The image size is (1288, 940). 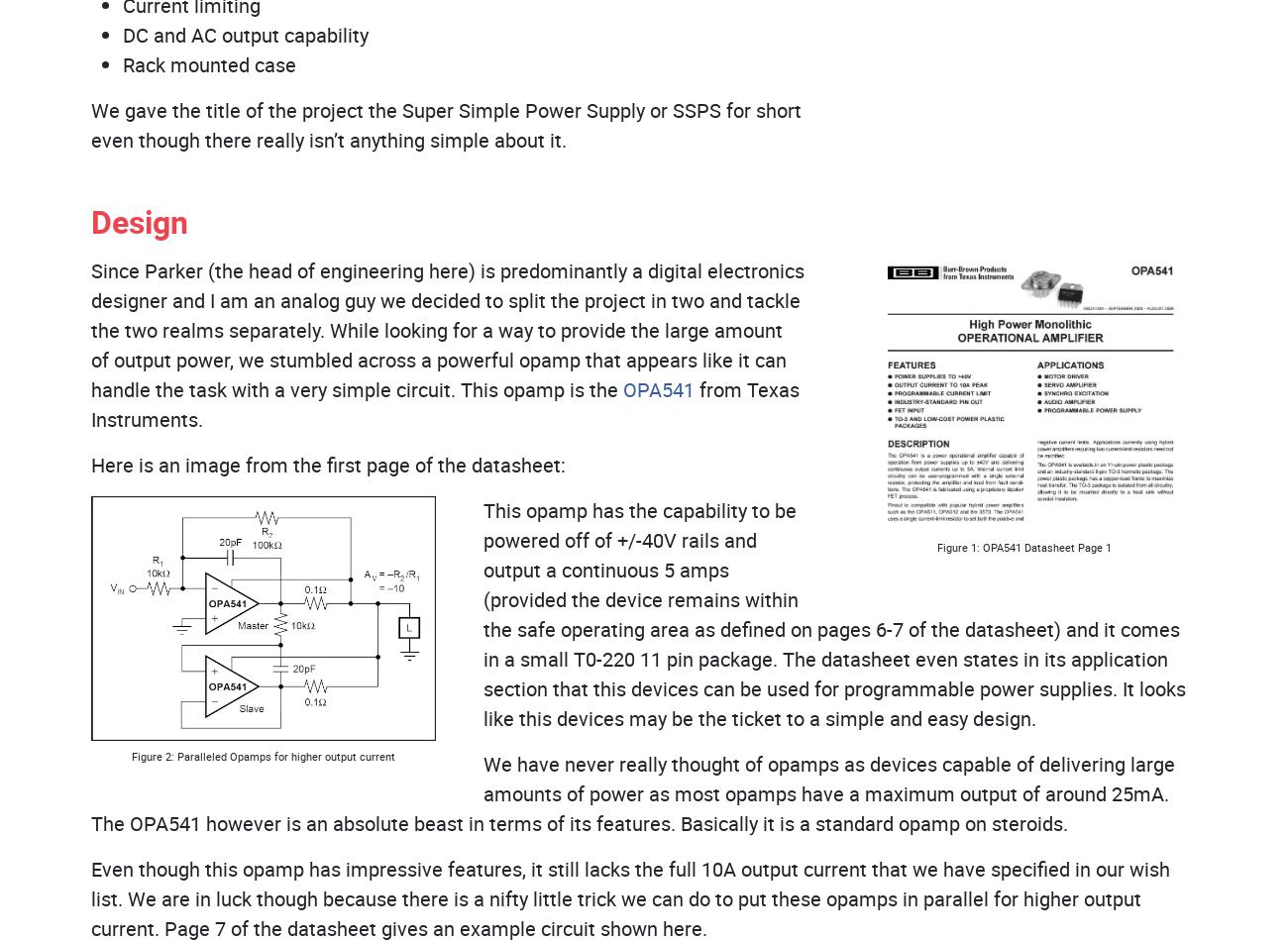 I want to click on 'Super Simple Power Supply “SSPS” Design (Part 3)', so click(x=821, y=86).